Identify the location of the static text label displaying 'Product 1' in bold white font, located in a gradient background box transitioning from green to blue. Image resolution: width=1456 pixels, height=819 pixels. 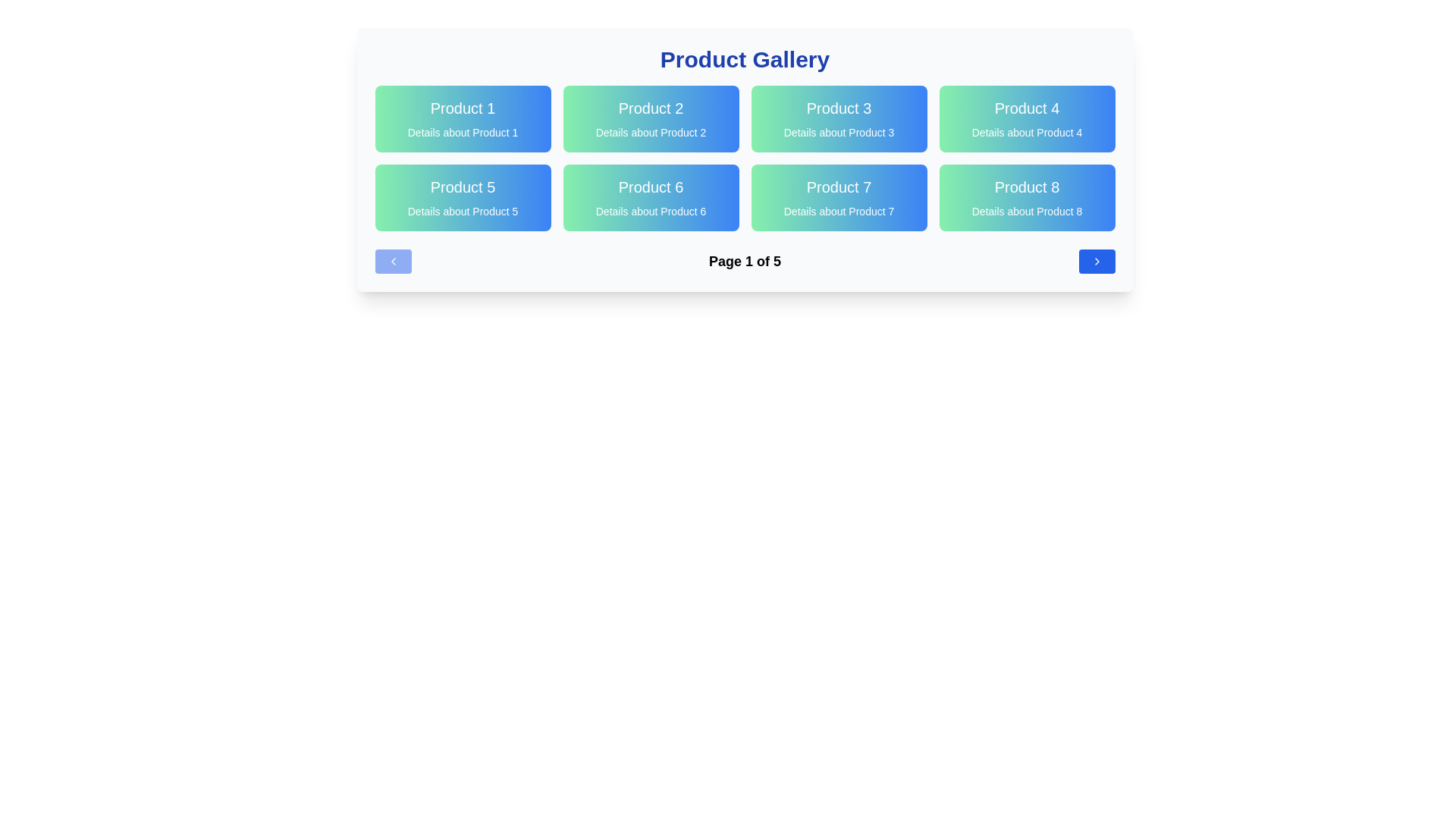
(462, 107).